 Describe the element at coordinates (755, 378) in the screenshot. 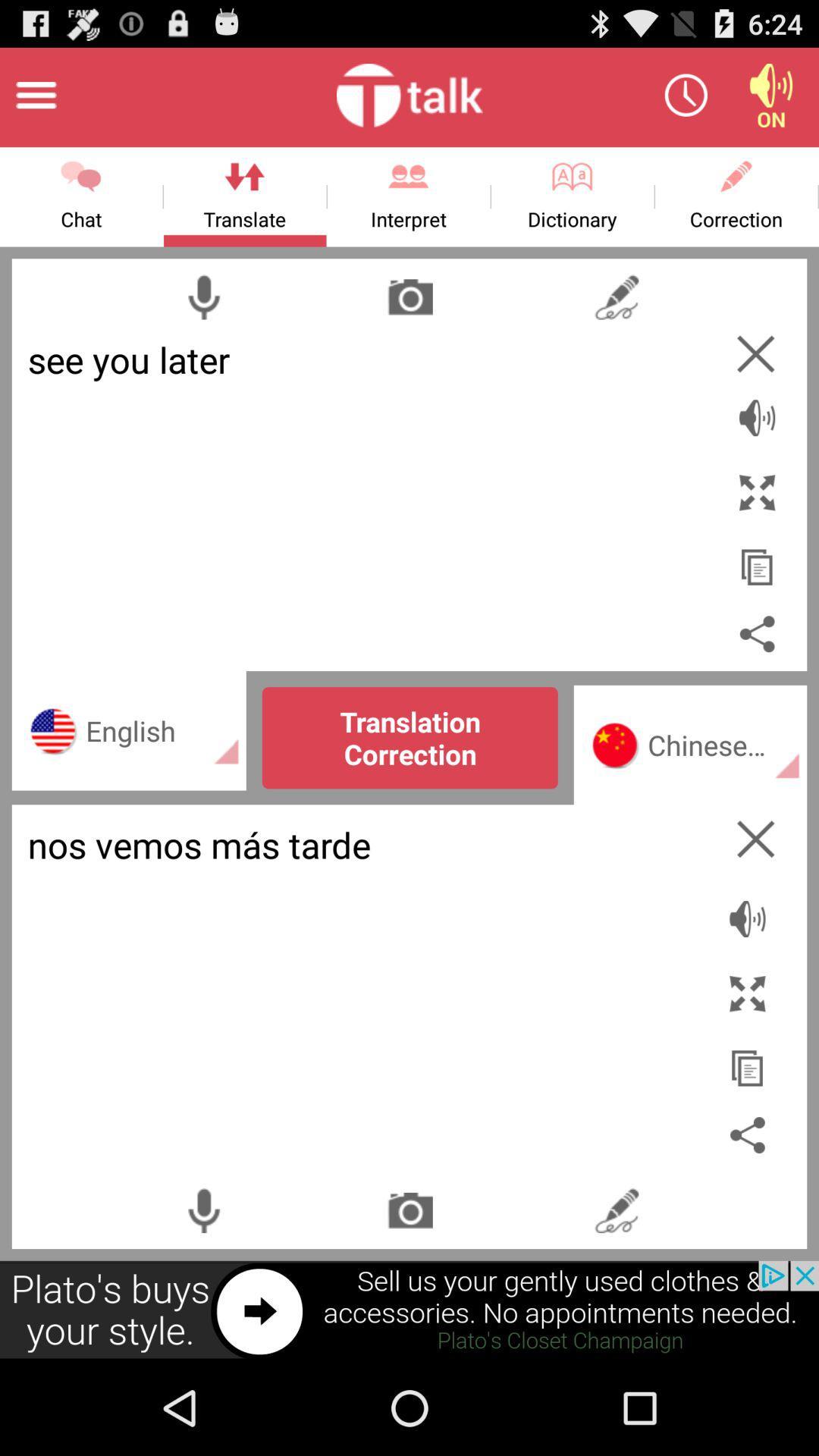

I see `the close icon` at that location.